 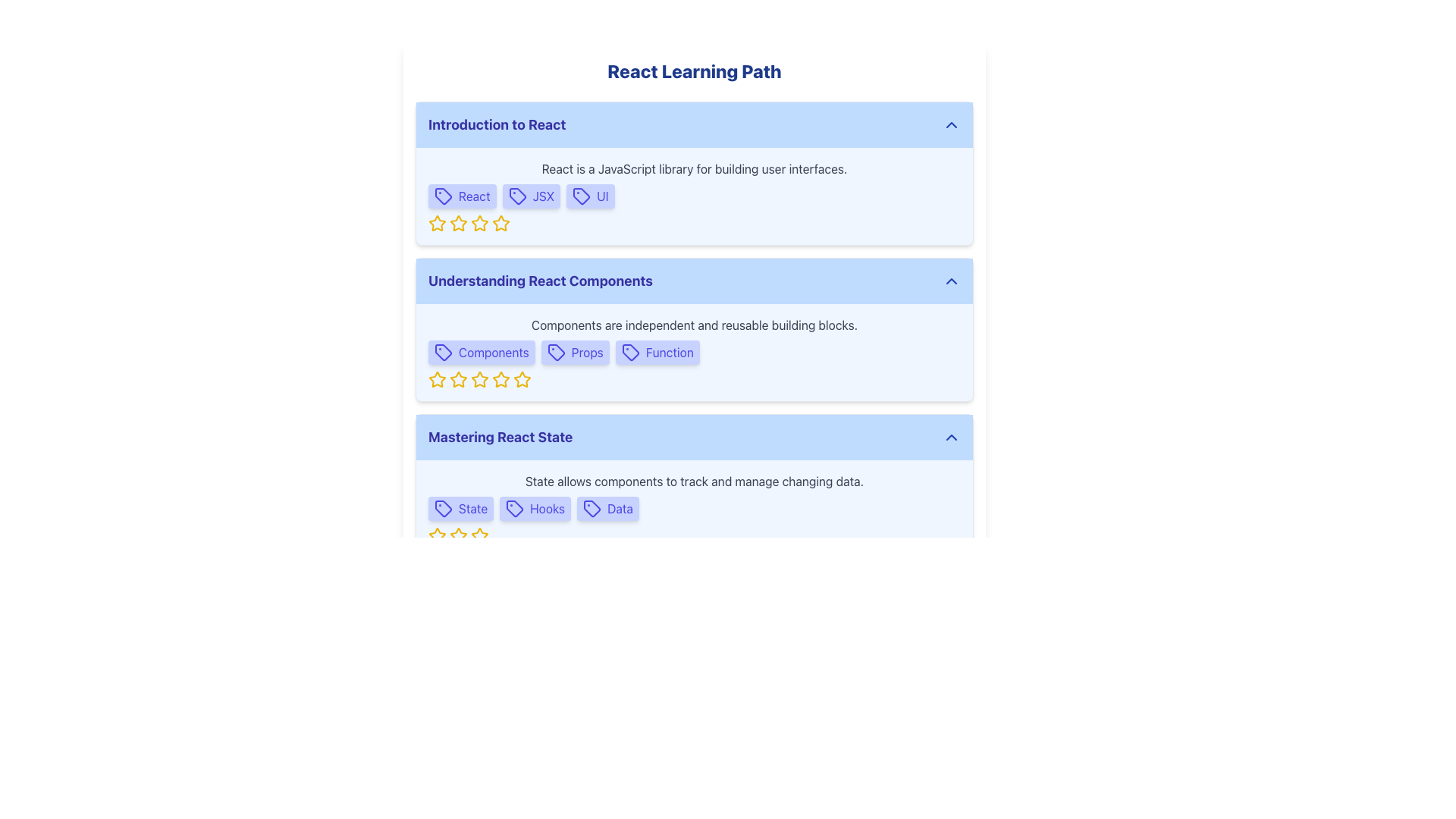 What do you see at coordinates (479, 223) in the screenshot?
I see `the third star icon in the five-star rating component for the 'Introduction to React' section, which has a yellow outline and is visually adjacent to the text tags React, JSX, and UI` at bounding box center [479, 223].